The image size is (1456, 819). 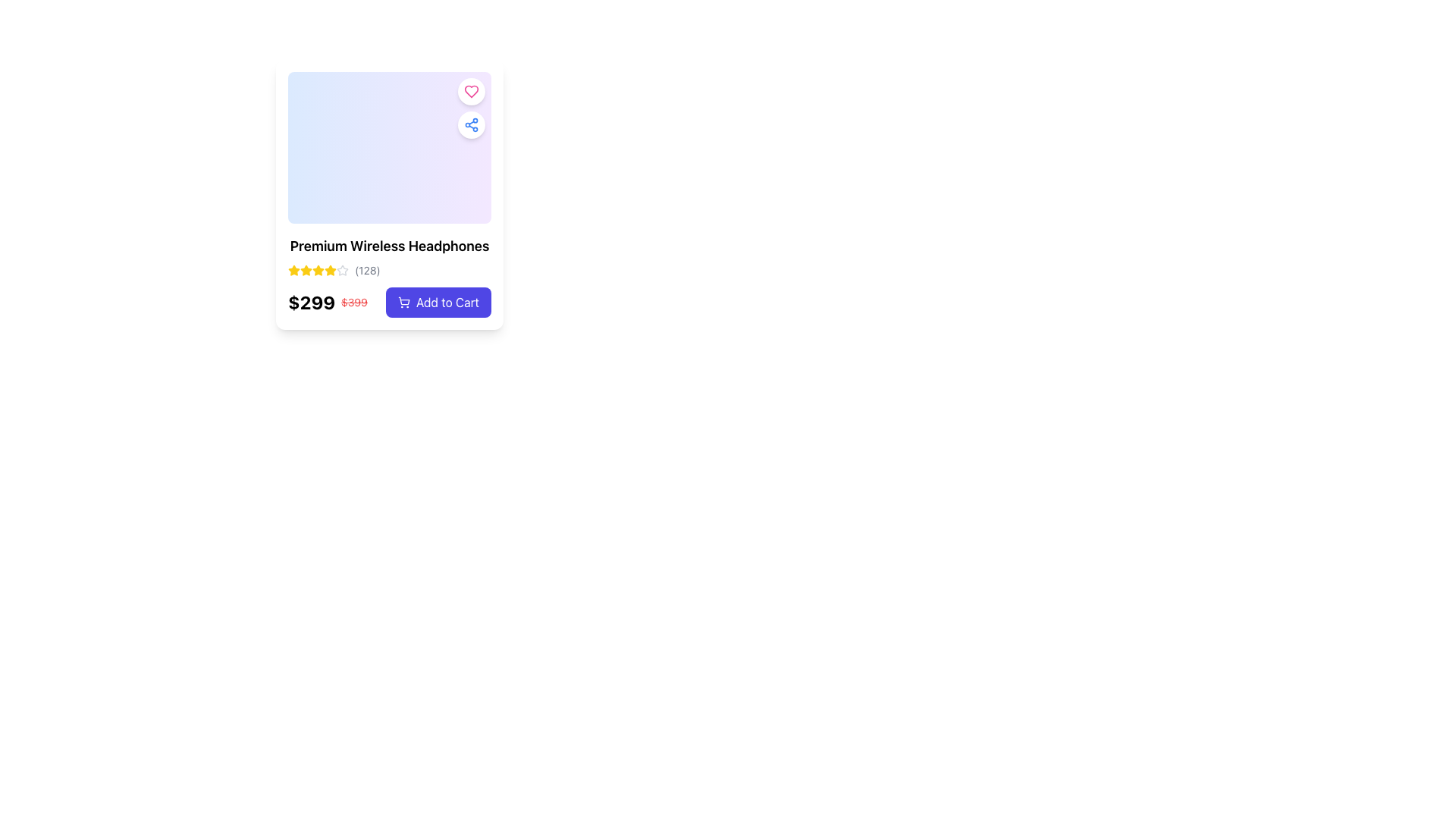 I want to click on the first yellow star icon in the star rating bar located beneath the product title 'Premium Wireless Headphones', so click(x=294, y=270).